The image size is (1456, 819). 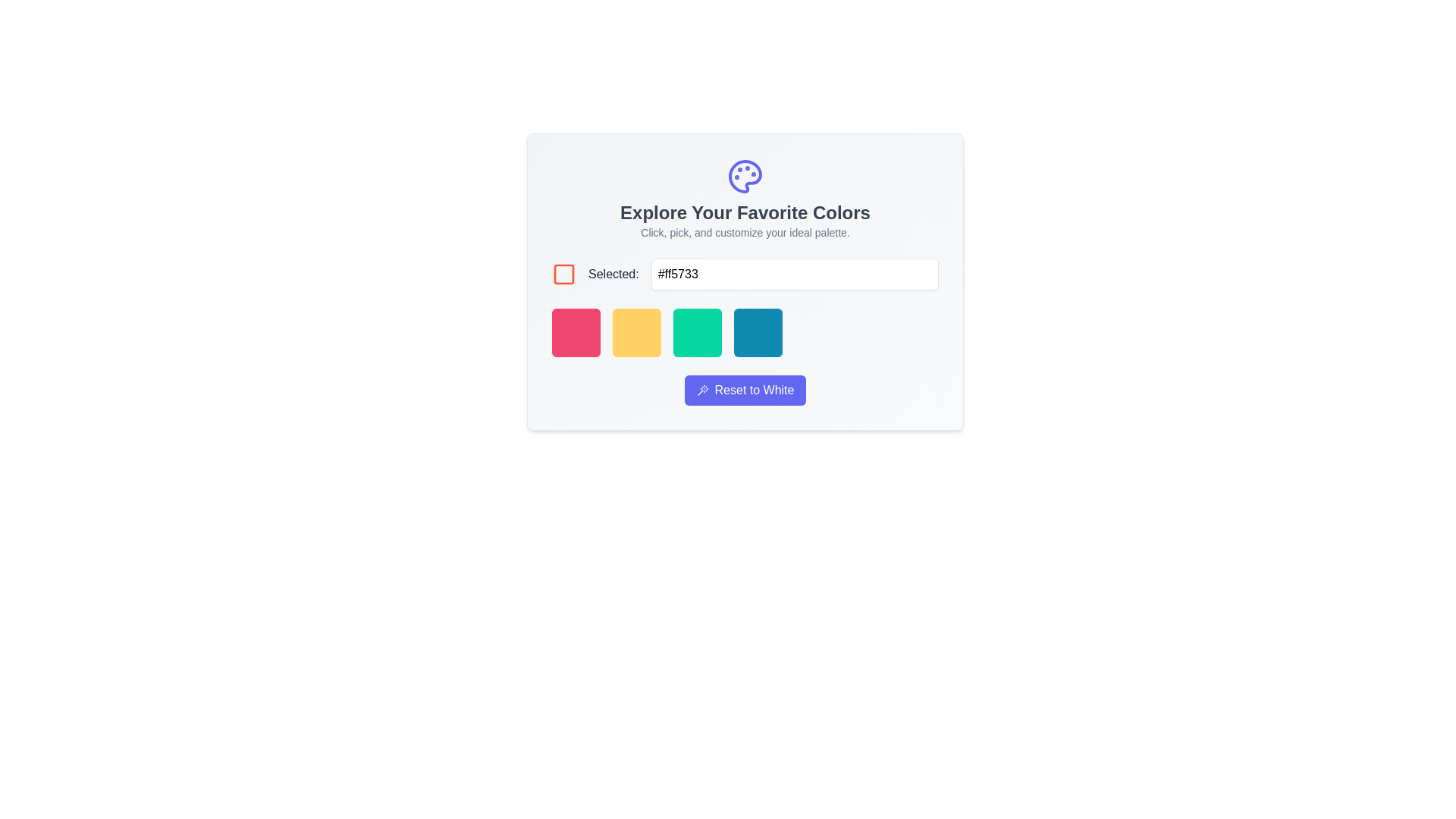 What do you see at coordinates (745, 390) in the screenshot?
I see `the reset button located at the bottom center of the 'Explore Your Favorite Colors' panel to reset the selected color to white` at bounding box center [745, 390].